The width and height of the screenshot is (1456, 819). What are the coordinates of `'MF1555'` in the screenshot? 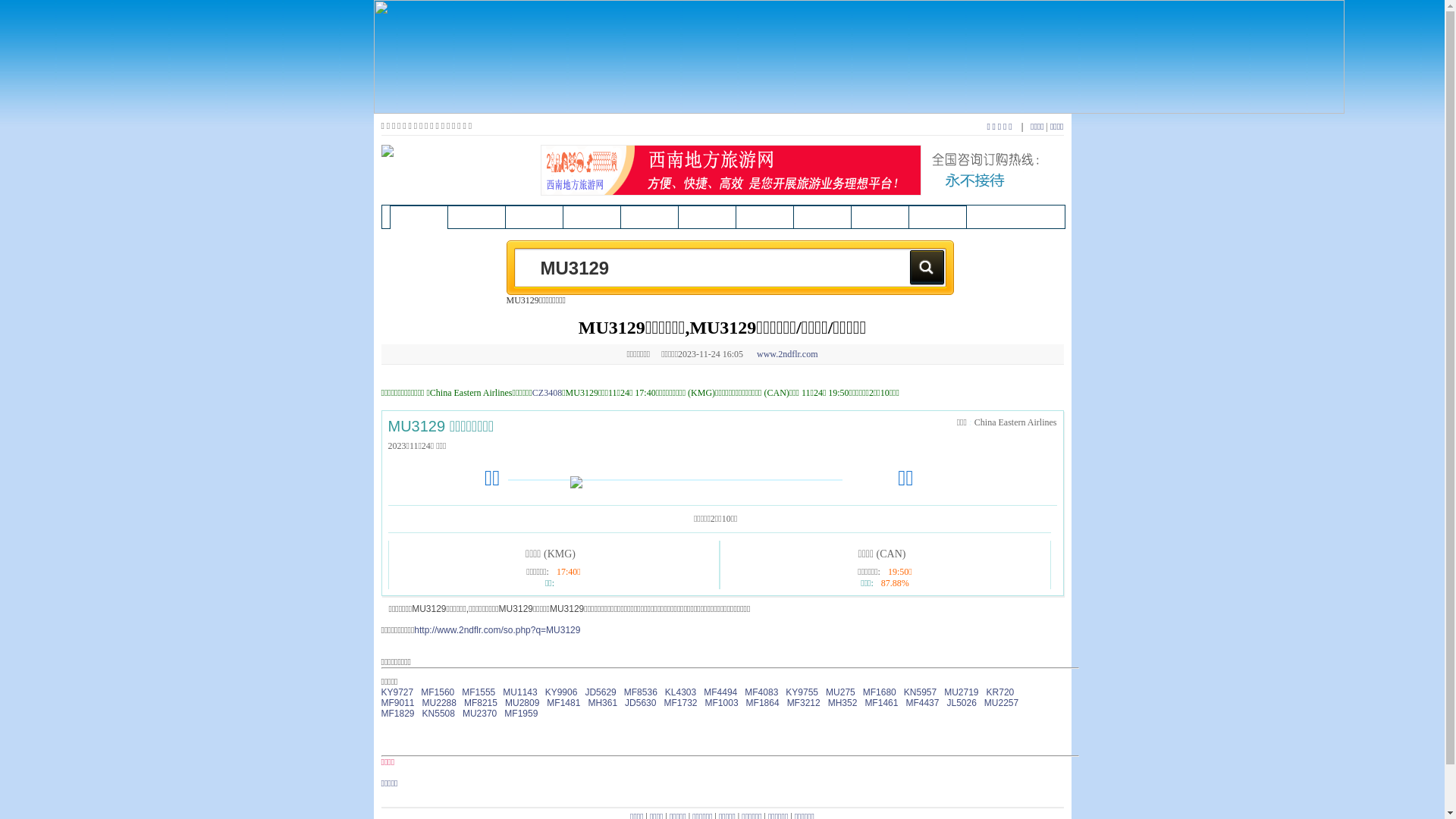 It's located at (477, 692).